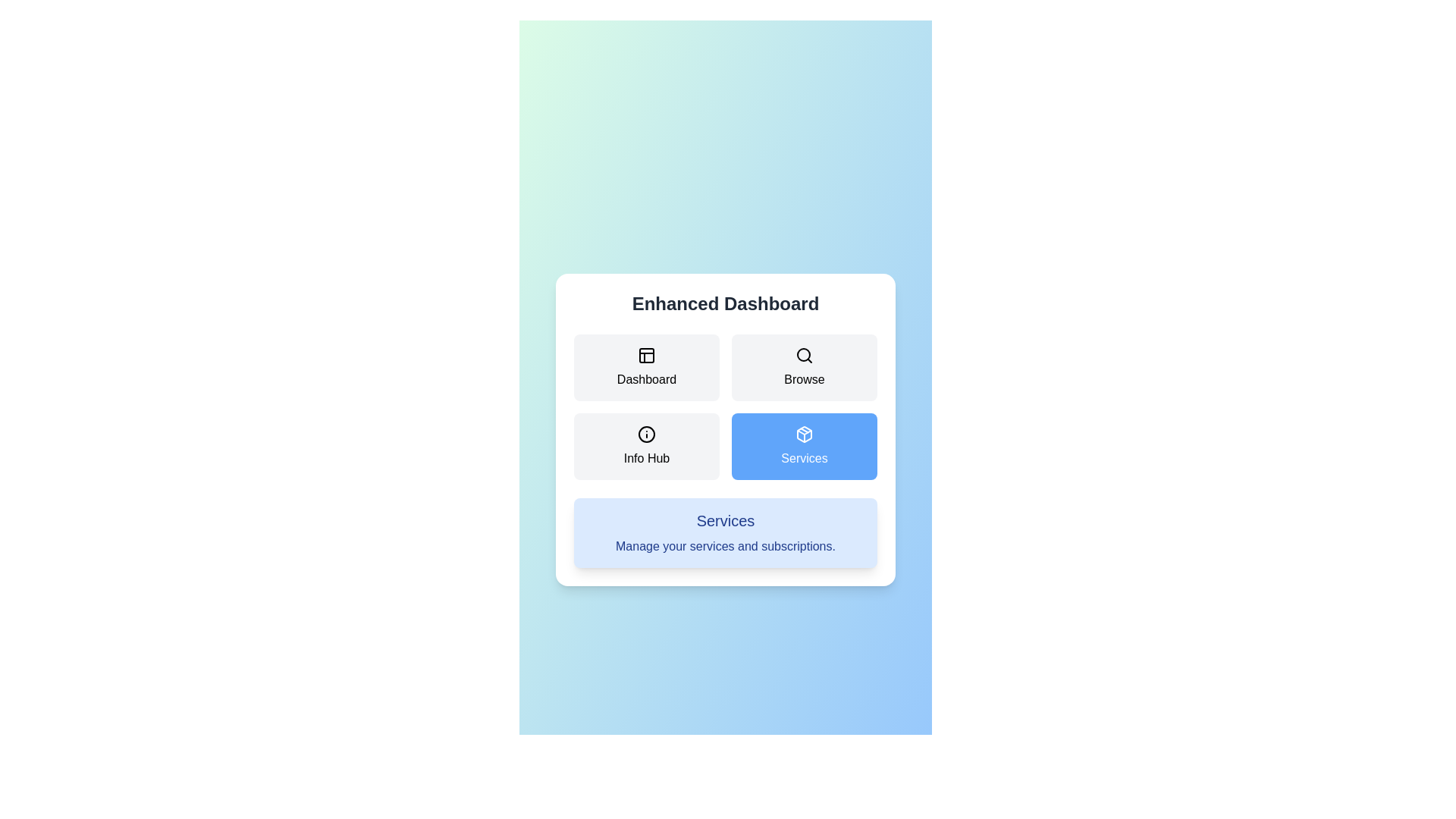 The height and width of the screenshot is (819, 1456). I want to click on the main heading 'Enhanced Dashboard', so click(724, 304).